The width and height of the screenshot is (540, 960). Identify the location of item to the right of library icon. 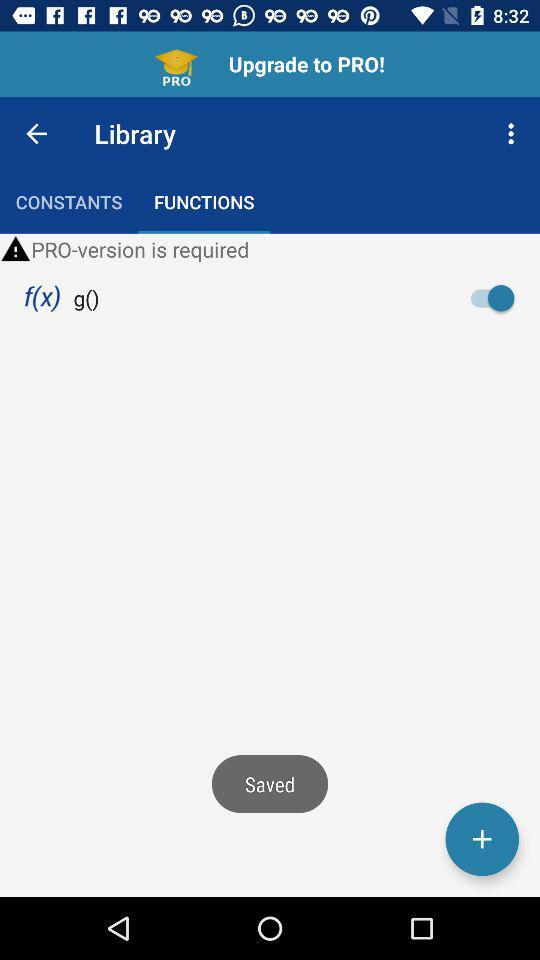
(513, 132).